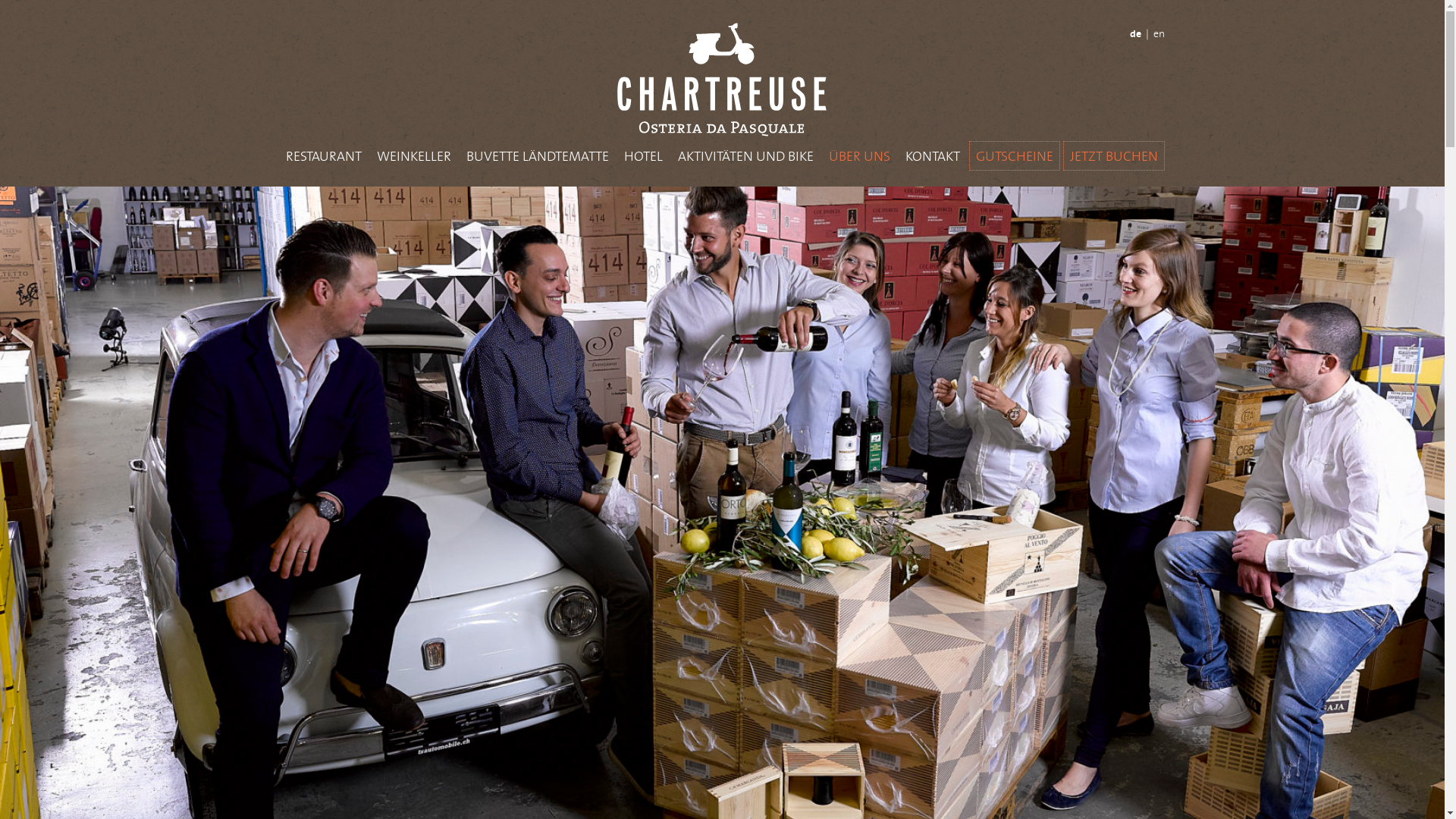  What do you see at coordinates (931, 155) in the screenshot?
I see `'KONTAKT'` at bounding box center [931, 155].